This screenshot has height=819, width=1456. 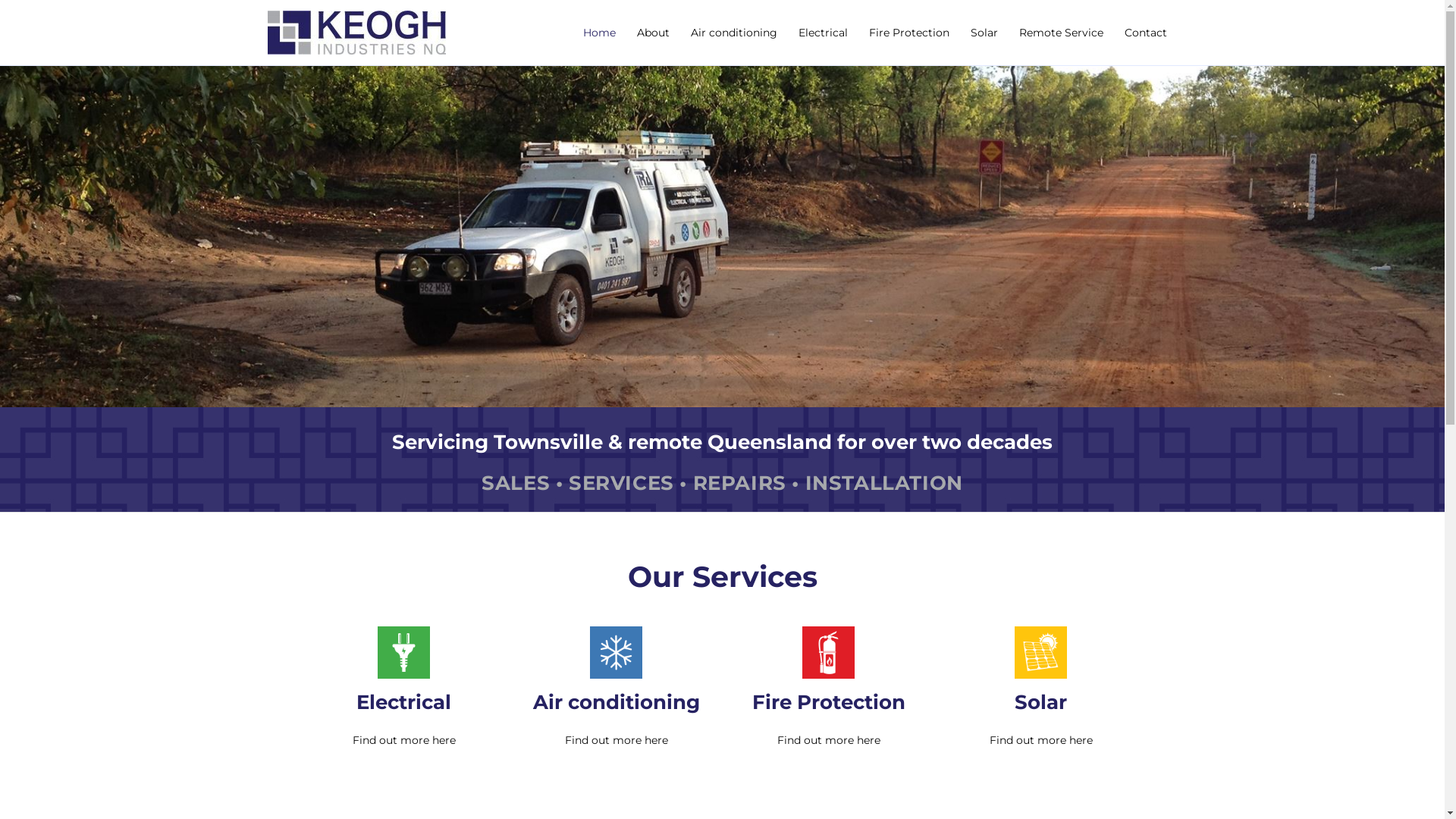 What do you see at coordinates (984, 32) in the screenshot?
I see `'Solar'` at bounding box center [984, 32].